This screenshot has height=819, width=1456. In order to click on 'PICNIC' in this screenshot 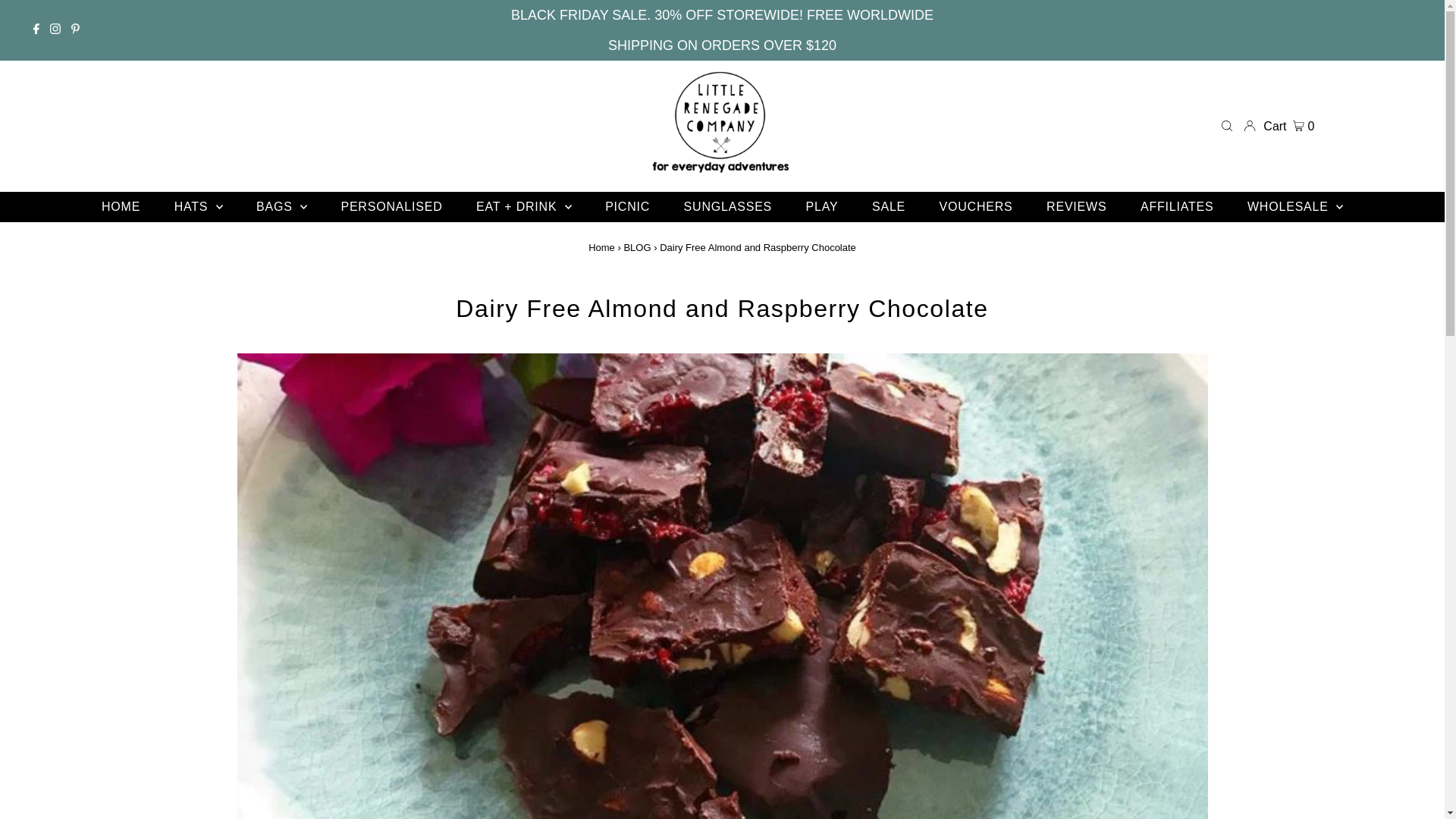, I will do `click(627, 207)`.